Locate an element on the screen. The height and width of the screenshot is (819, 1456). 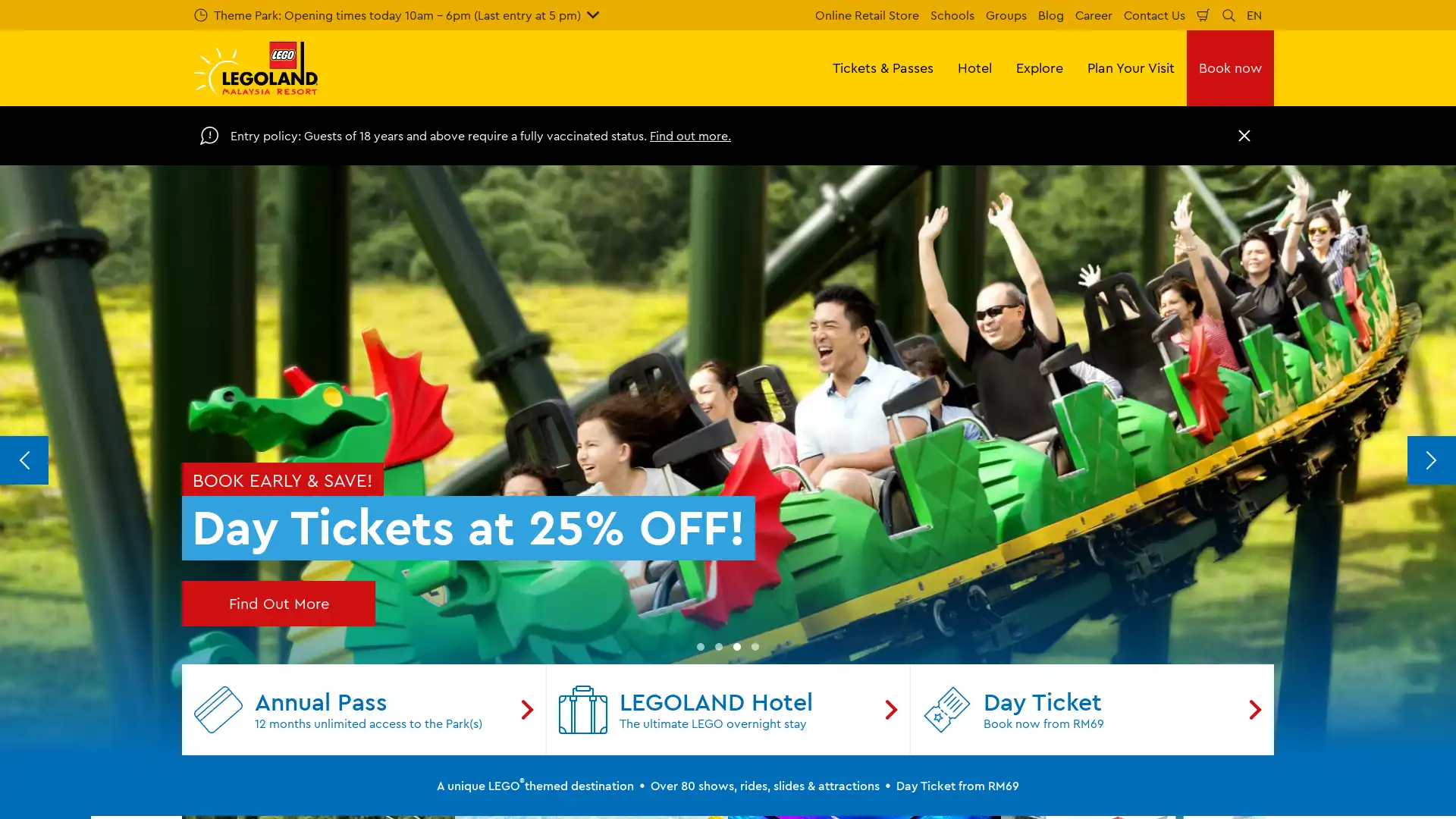
Go to slide 1 is located at coordinates (699, 646).